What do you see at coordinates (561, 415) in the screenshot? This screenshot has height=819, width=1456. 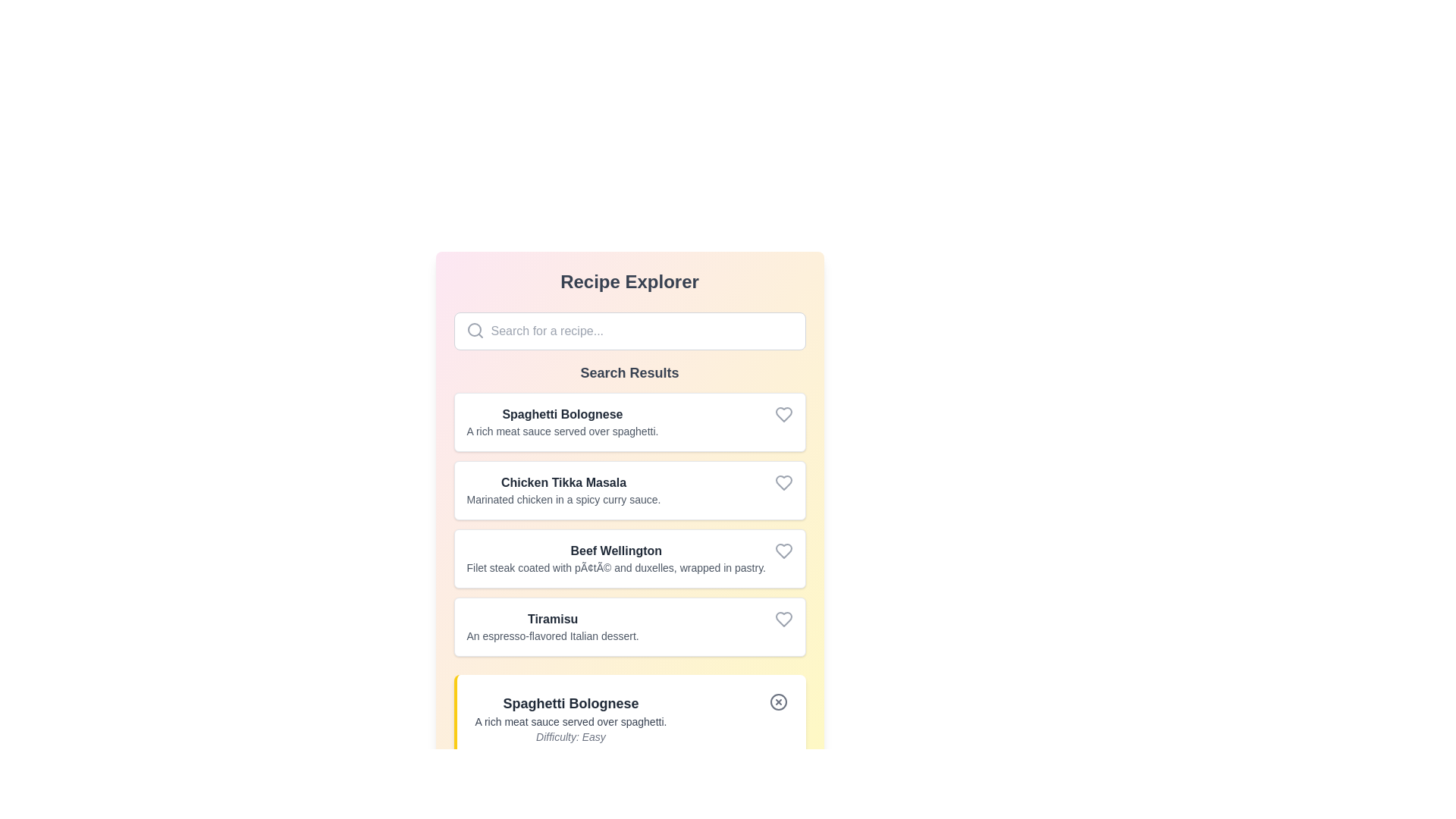 I see `text displayed as 'Spaghetti Bolognese' which is the title in bold font style, located in the first item of the search results list` at bounding box center [561, 415].